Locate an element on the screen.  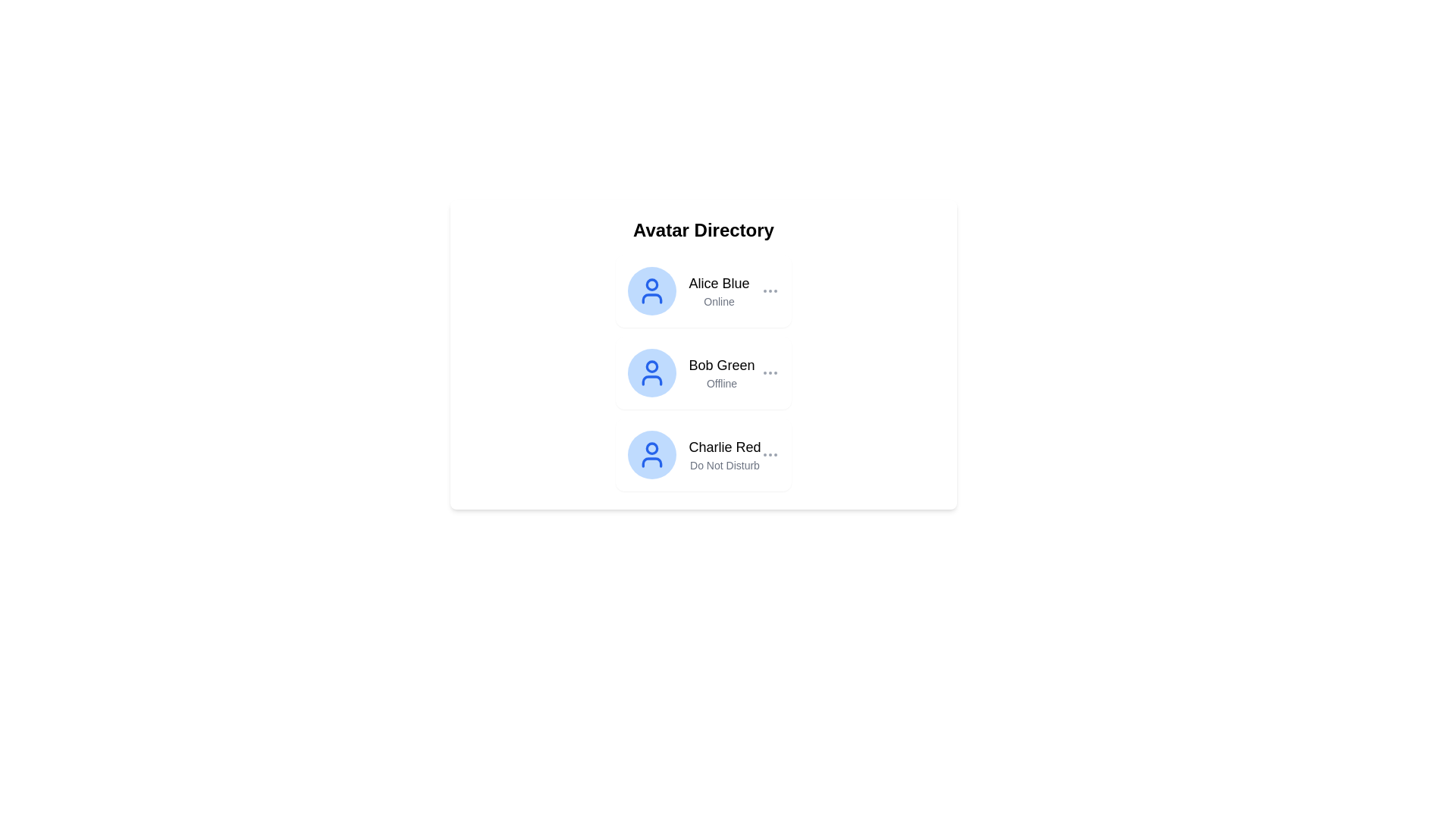
the head icon in the avatar, which is the third element in a vertical list of user entries is located at coordinates (652, 447).